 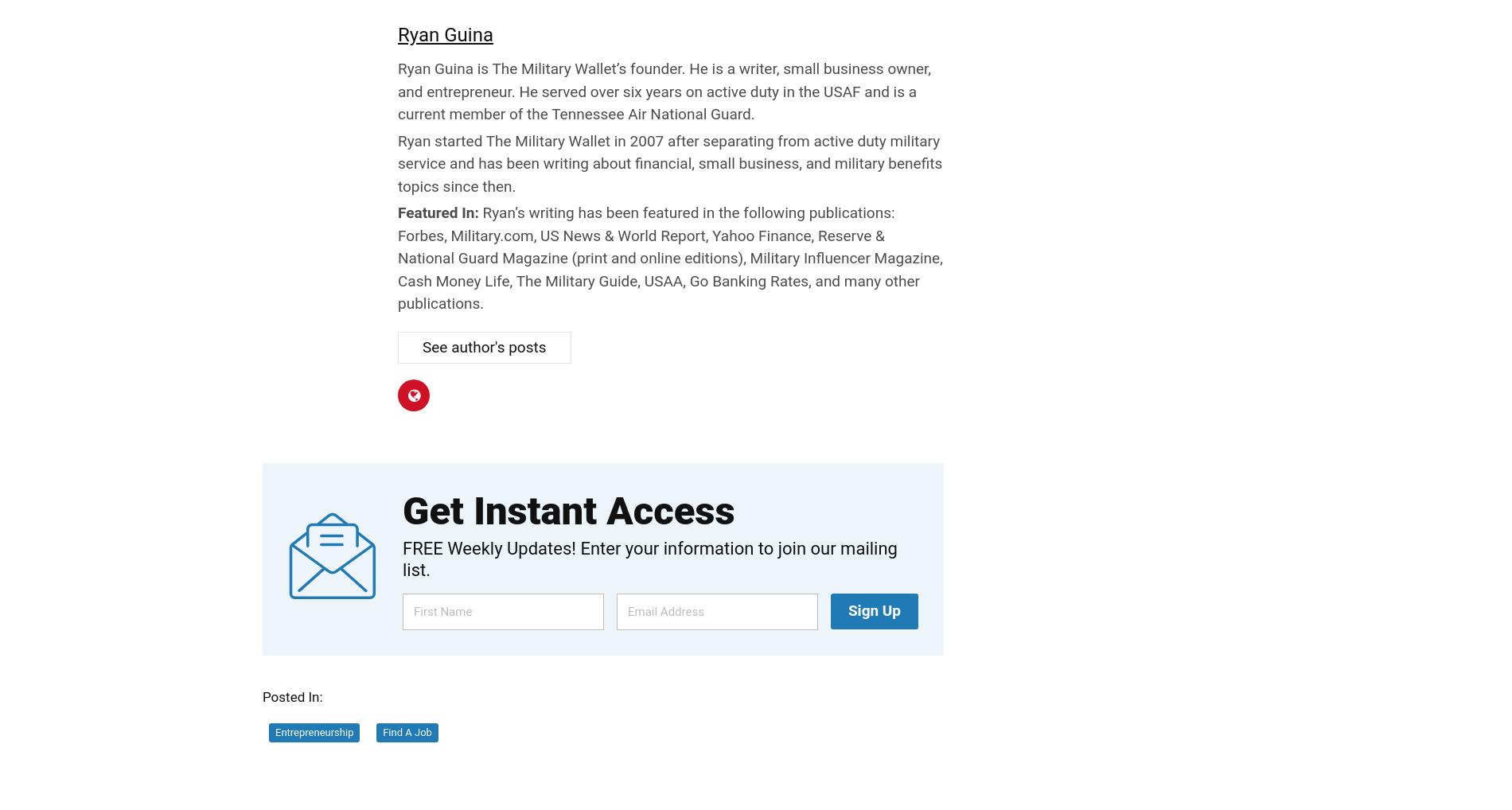 I want to click on 'Ryan’s writing has been featured in the following publications: Forbes, Military.com, US News & World Report, Yahoo Finance, Reserve & National Guard Magazine (print and online editions), Military Influencer Magazine, Cash Money Life, The Military Guide, USAA, Go Banking Rates, and many other publications.', so click(x=669, y=257).